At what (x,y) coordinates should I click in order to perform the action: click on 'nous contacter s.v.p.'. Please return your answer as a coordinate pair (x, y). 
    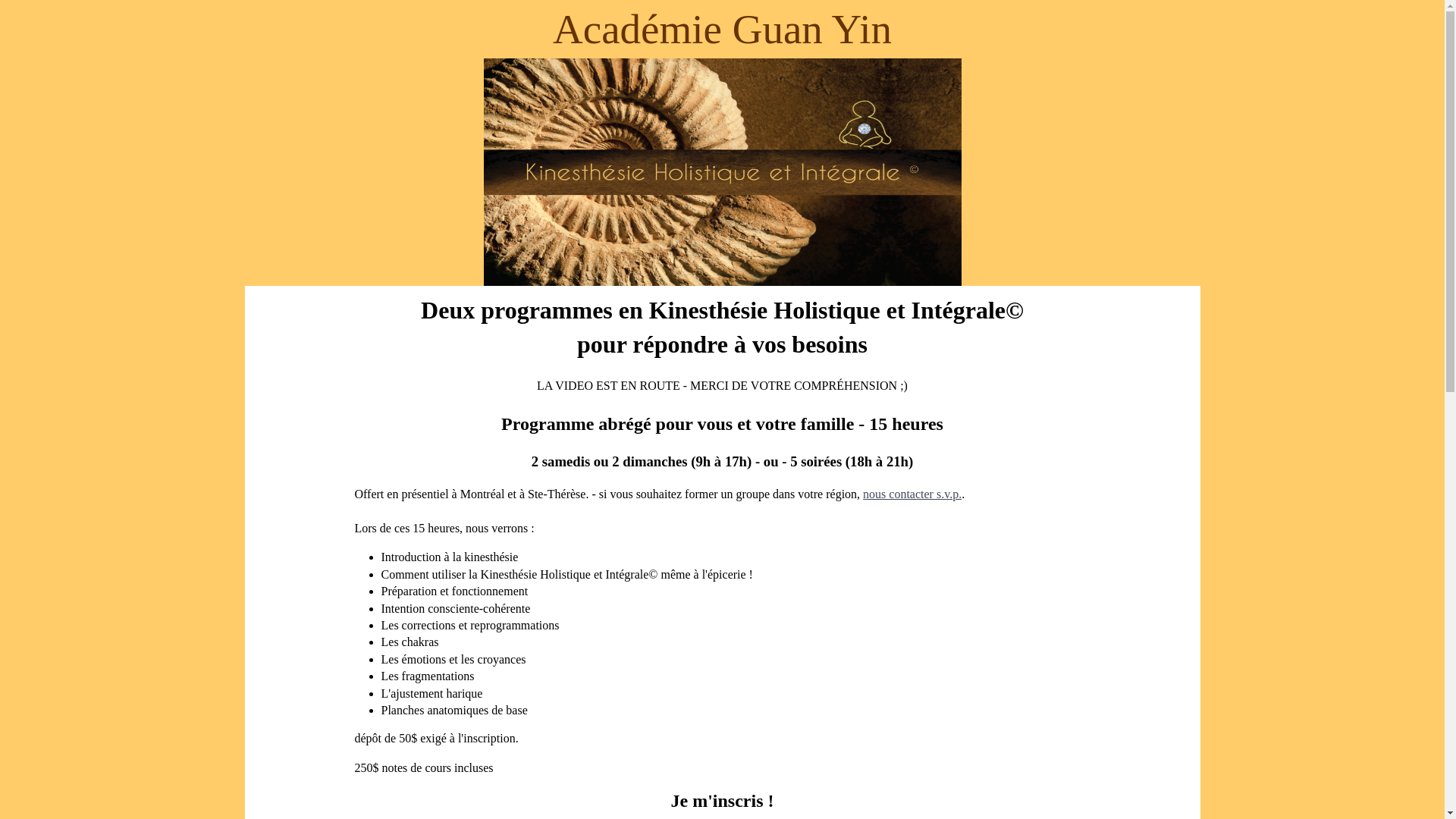
    Looking at the image, I should click on (912, 494).